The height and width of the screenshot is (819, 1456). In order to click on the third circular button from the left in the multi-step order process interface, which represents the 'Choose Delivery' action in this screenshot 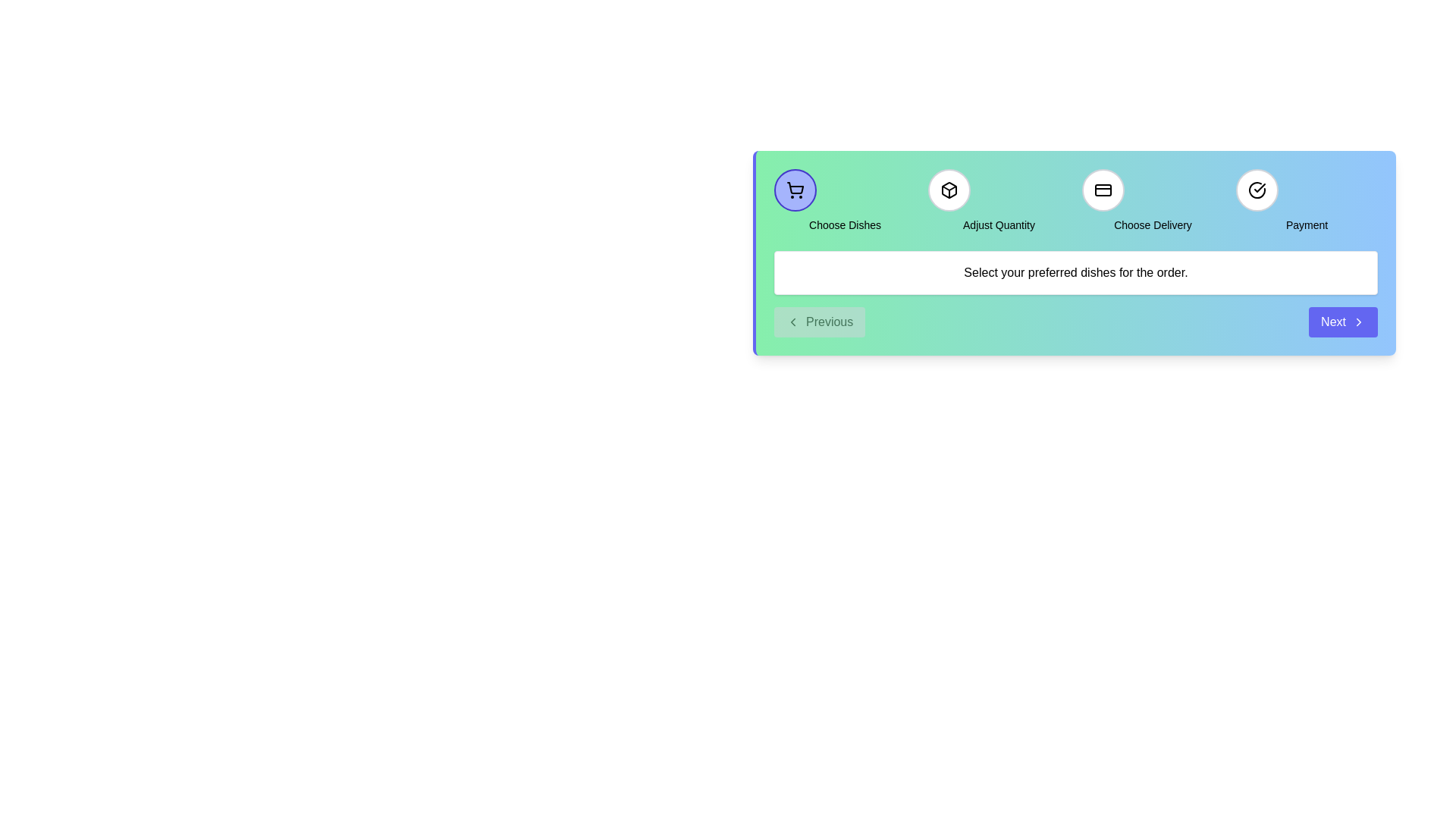, I will do `click(1103, 189)`.